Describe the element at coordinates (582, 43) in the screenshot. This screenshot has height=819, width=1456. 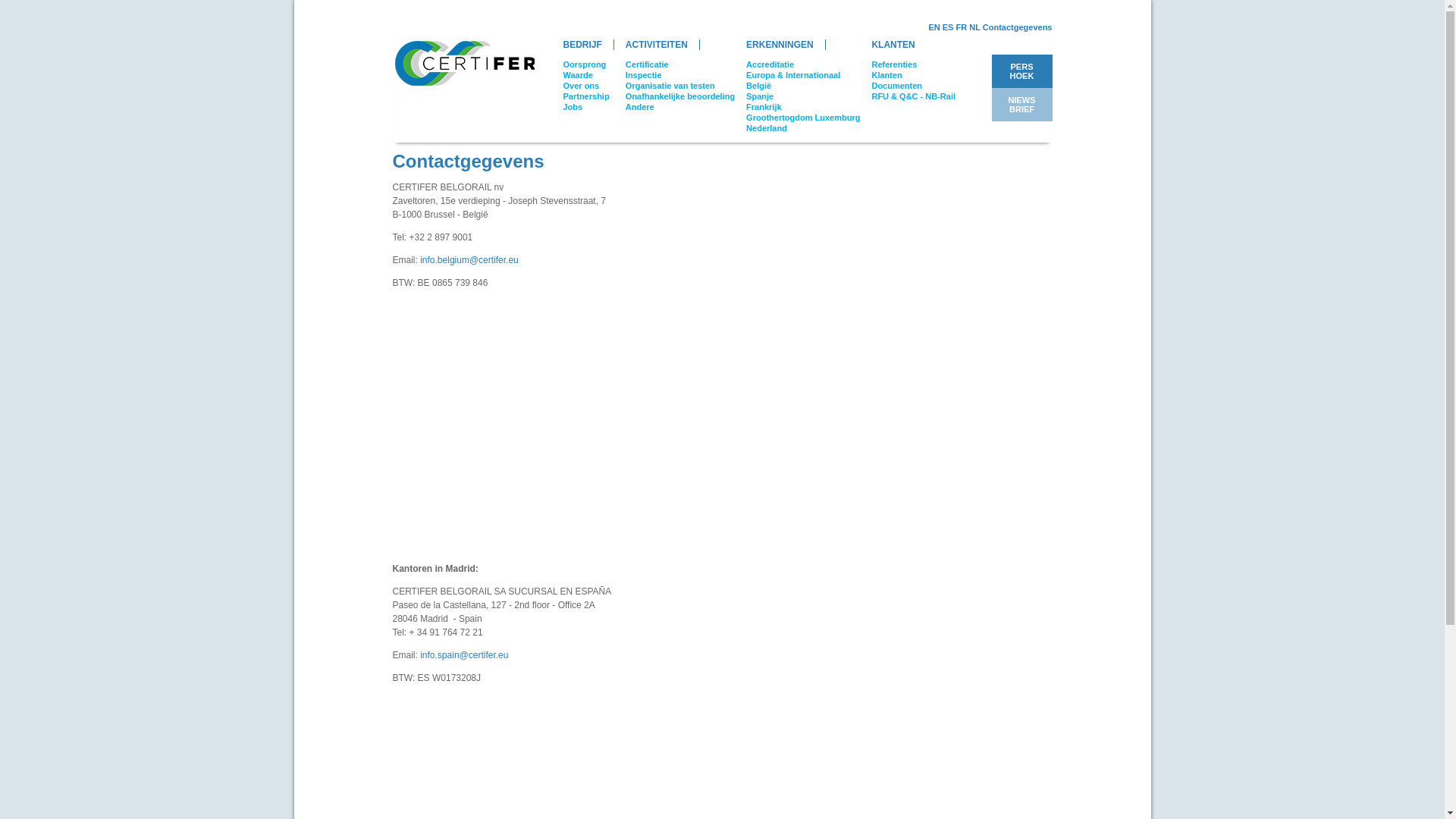
I see `'BEDRIJF'` at that location.